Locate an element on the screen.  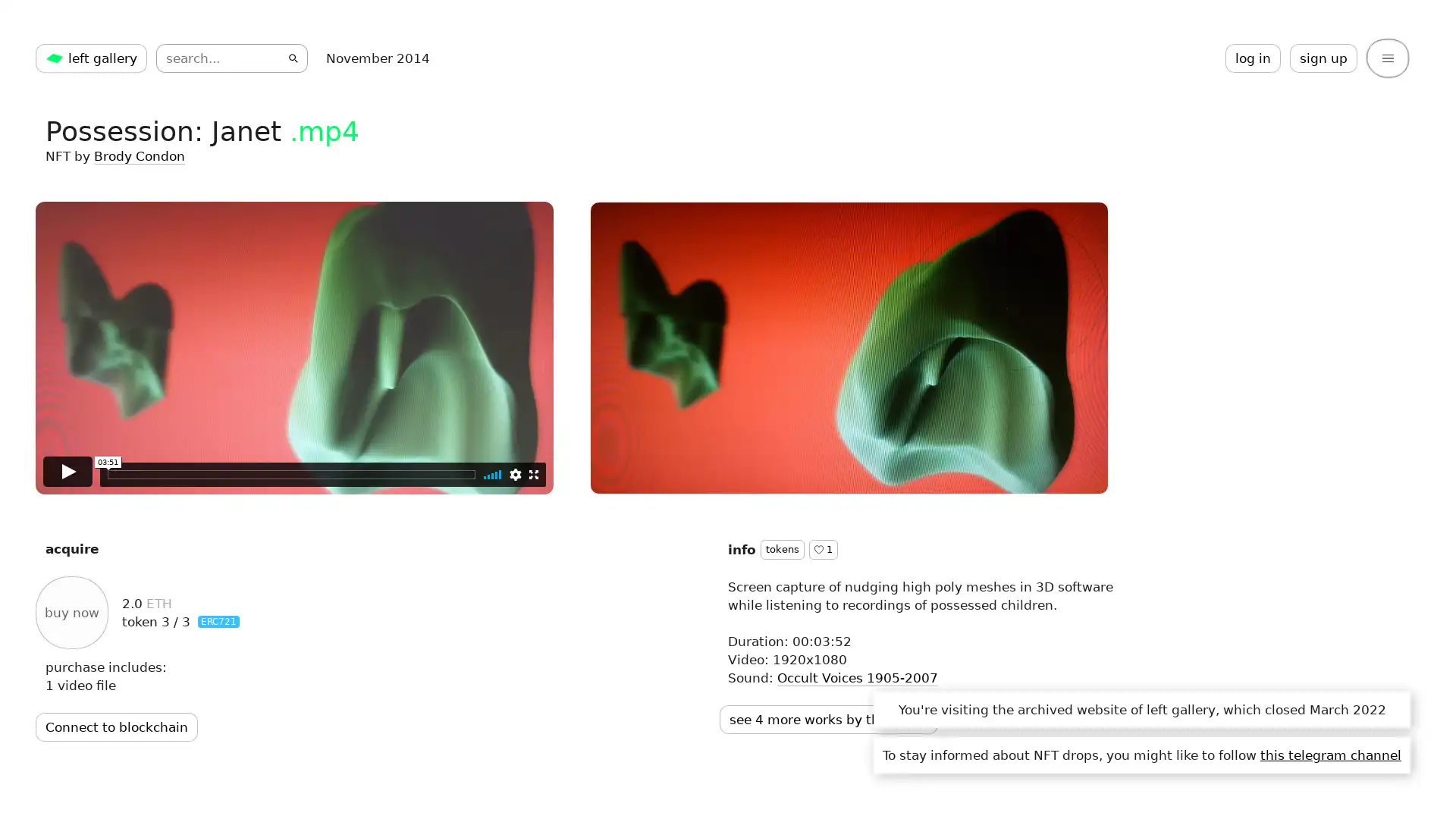
1 is located at coordinates (822, 550).